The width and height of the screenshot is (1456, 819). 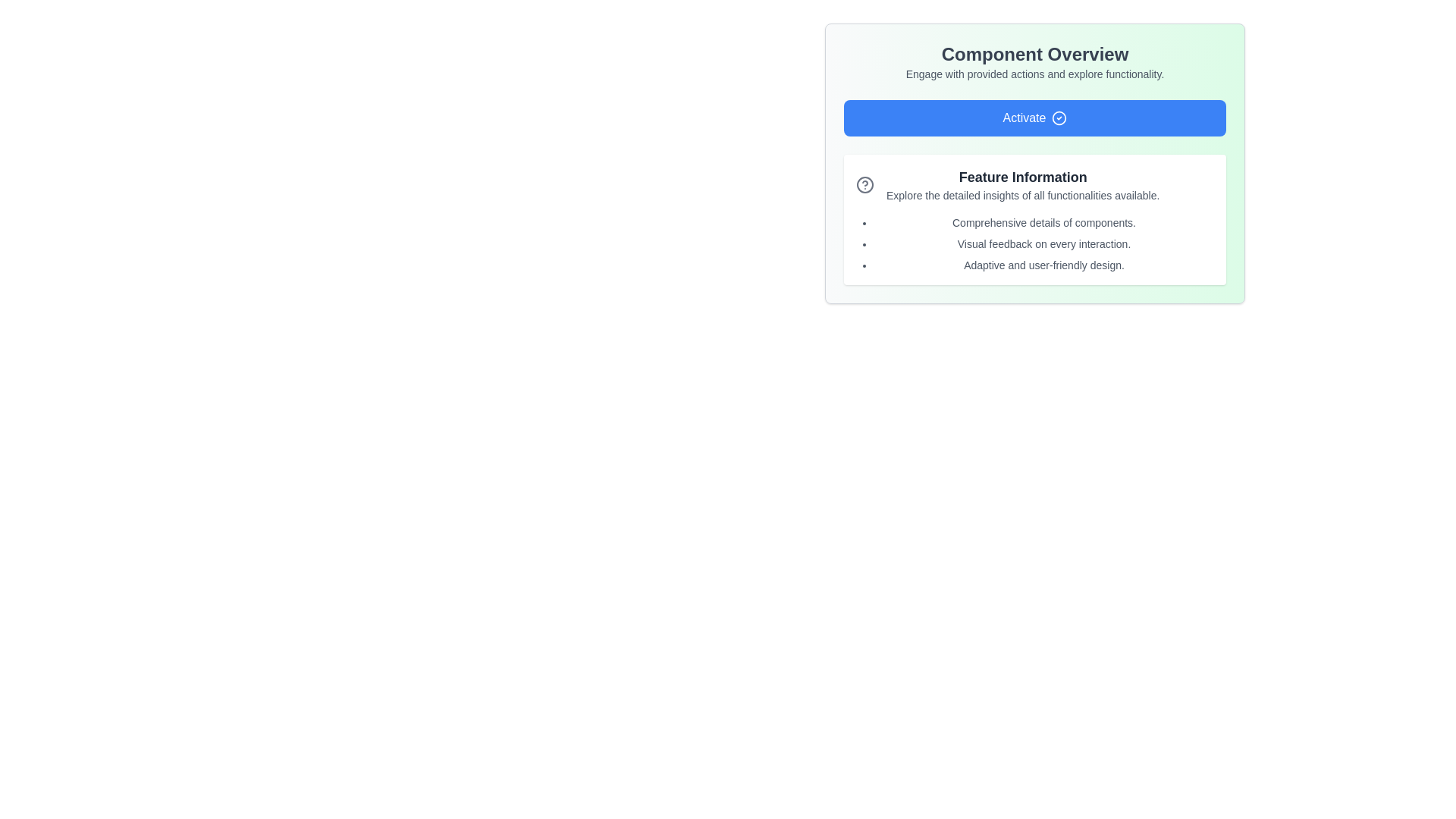 What do you see at coordinates (1034, 54) in the screenshot?
I see `heading text 'Component Overview' which is styled in bold with a large font size and dark gray color on a light green background, positioned centrally at the top of the main content area` at bounding box center [1034, 54].